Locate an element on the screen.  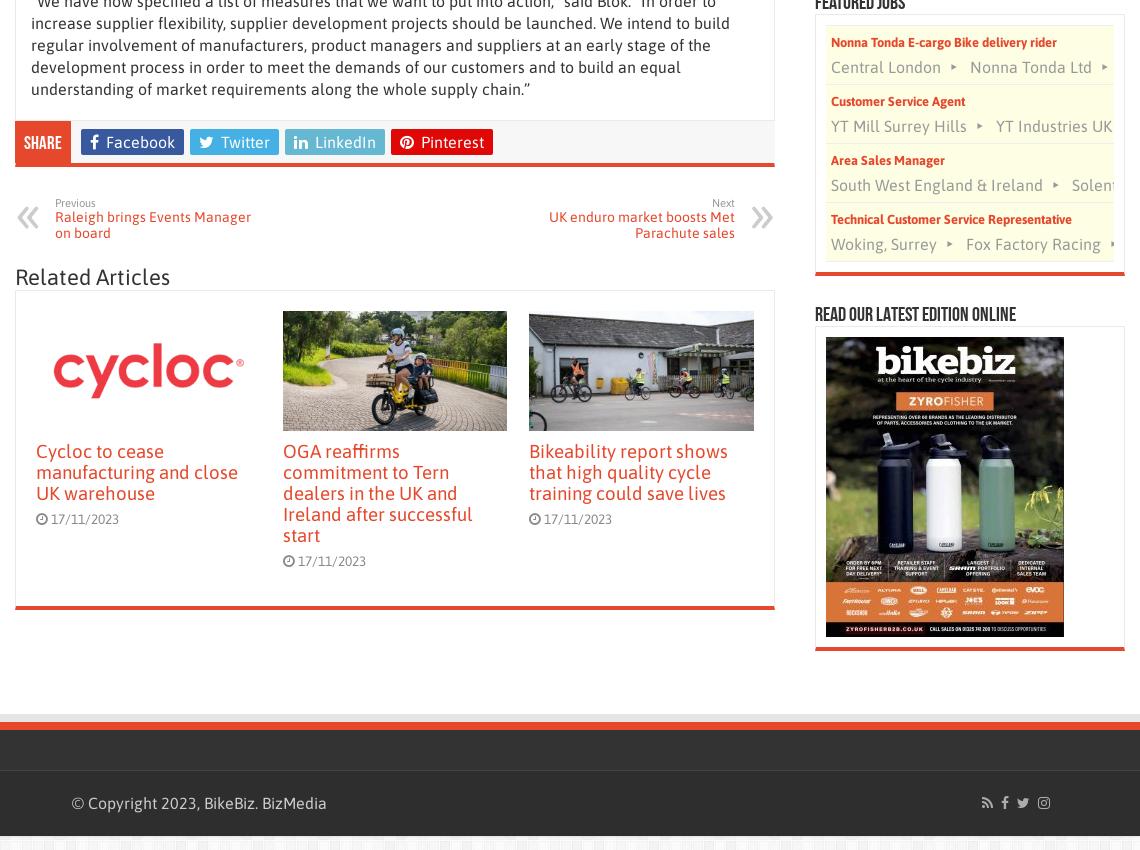
'Woking, Surrey' is located at coordinates (883, 244).